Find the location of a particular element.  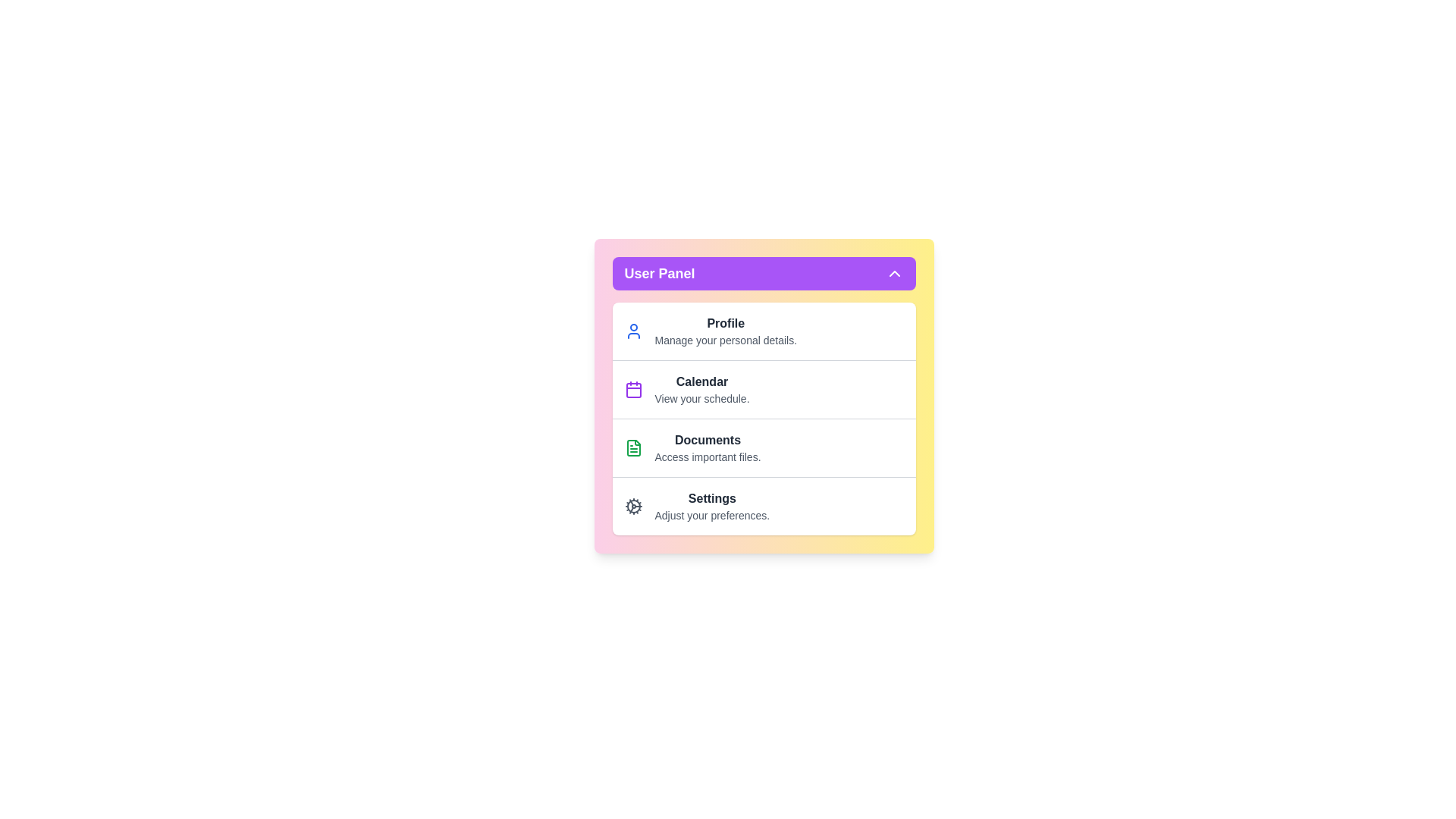

the 'Documents' text-based navigation item located in the User Panel is located at coordinates (707, 447).